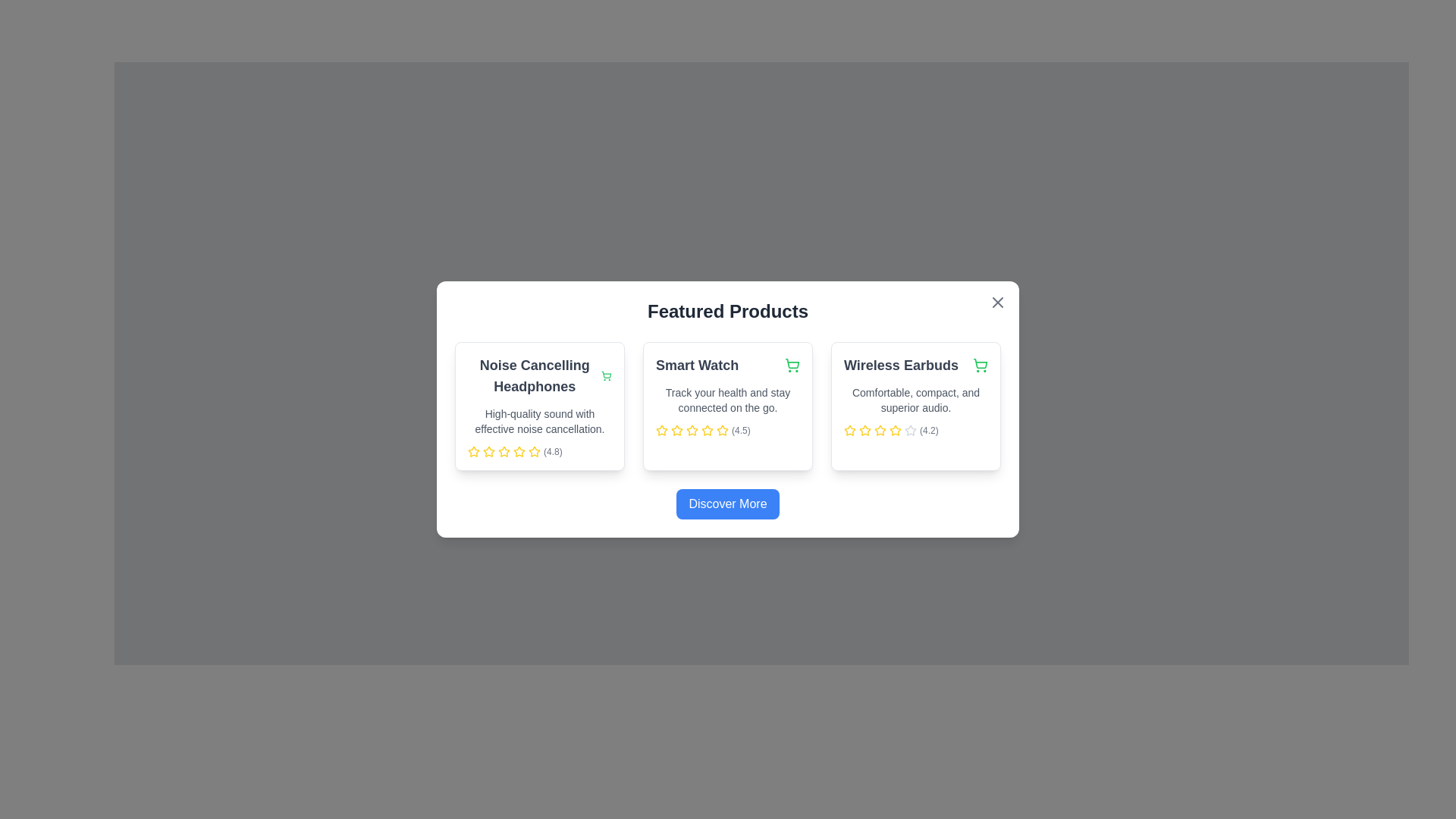 The width and height of the screenshot is (1456, 819). I want to click on the second yellow star icon with a dashed outline in the rating section of the 'Wireless Earbuds' card to rate it, so click(848, 430).